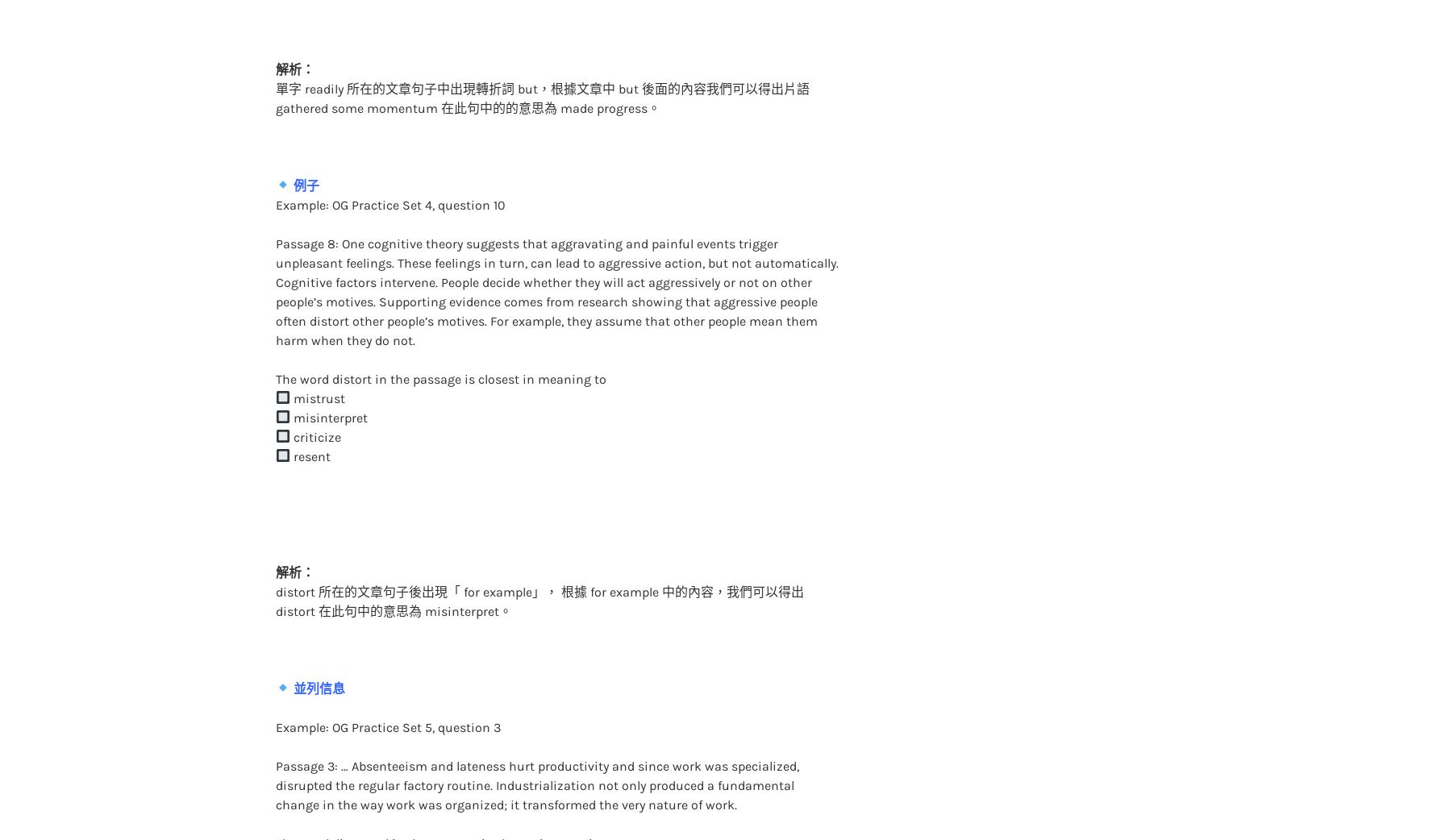 The image size is (1454, 840). Describe the element at coordinates (387, 694) in the screenshot. I see `'Example: OG Practice Set 5, question 3'` at that location.